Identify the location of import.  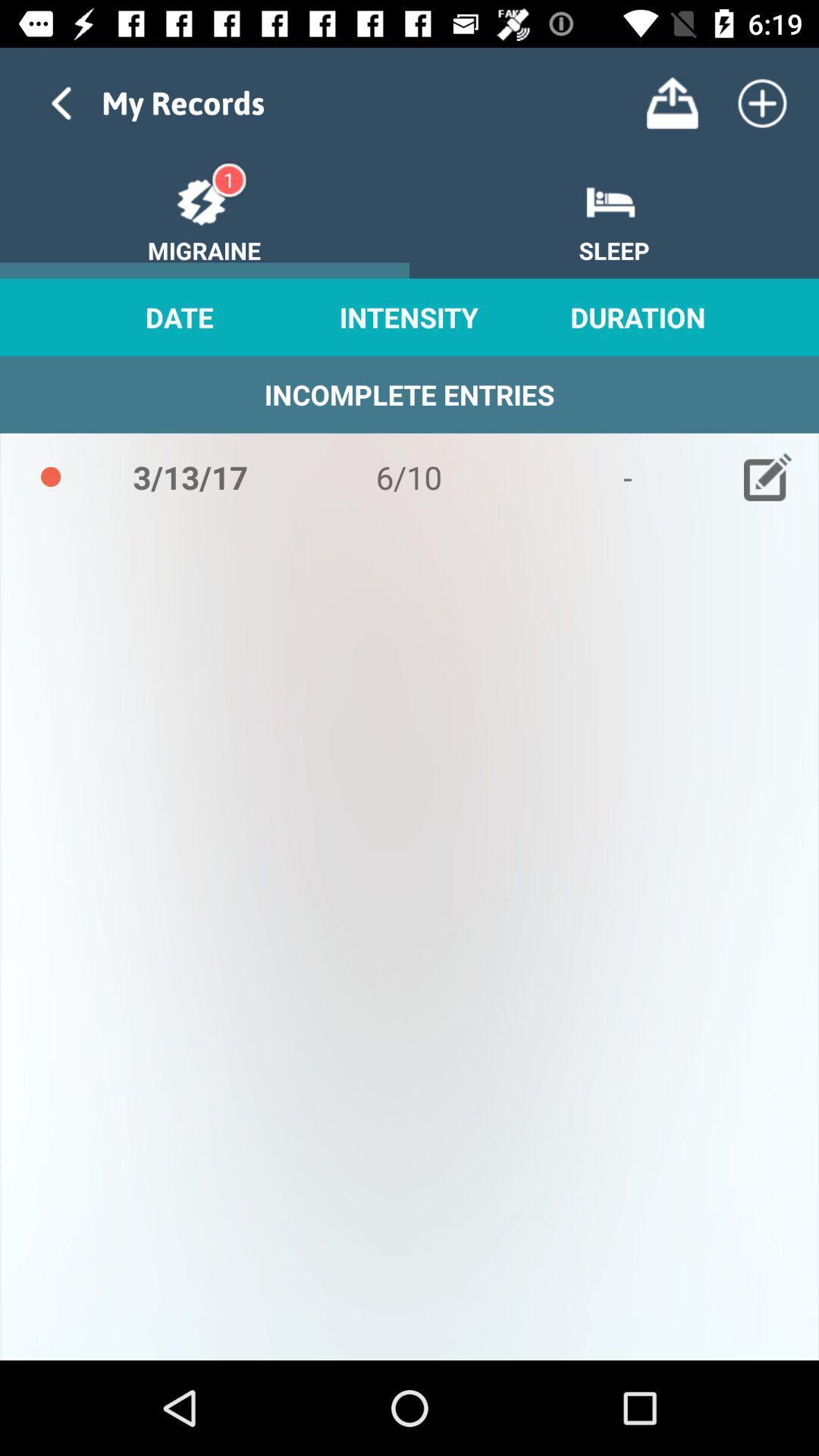
(671, 102).